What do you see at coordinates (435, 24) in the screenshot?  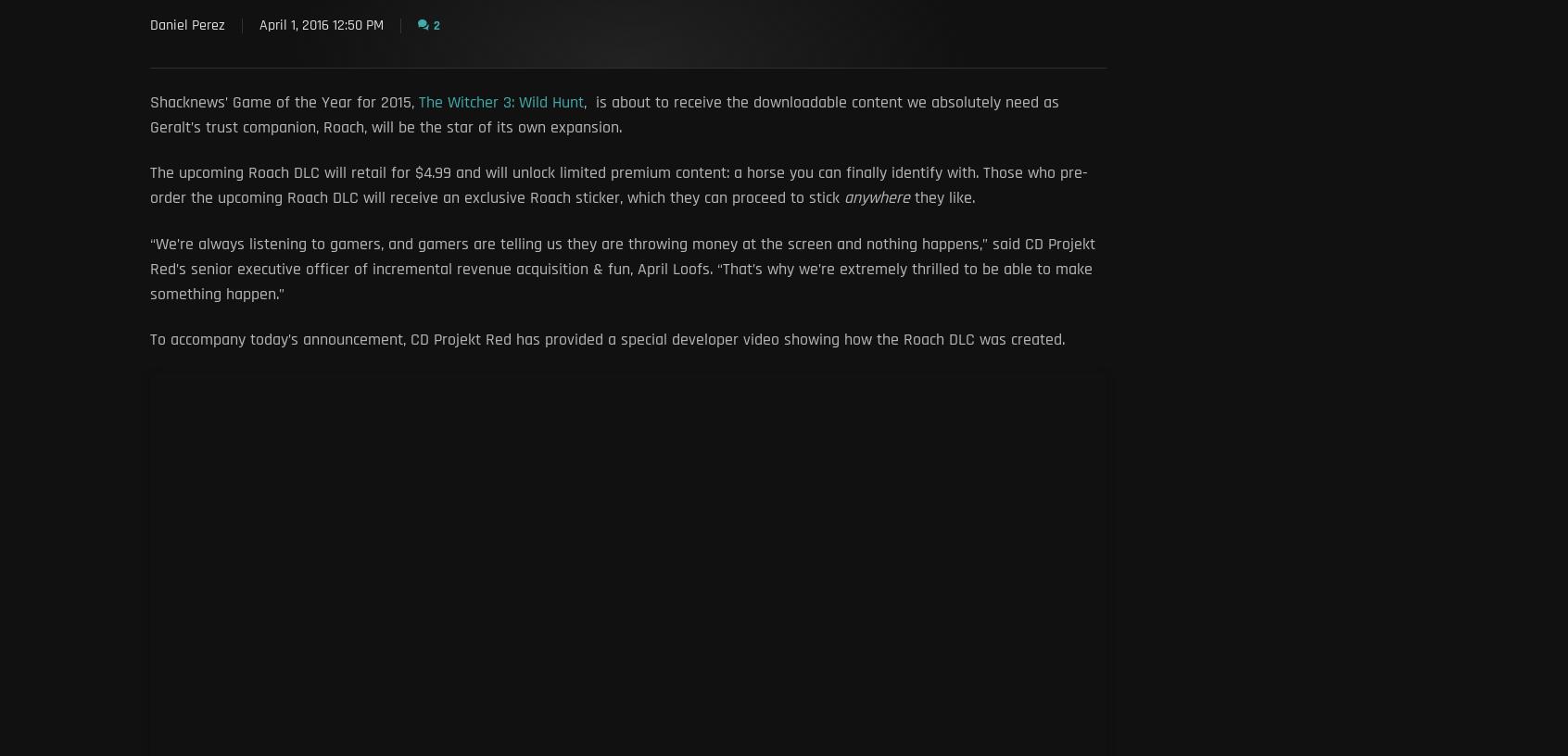 I see `'2'` at bounding box center [435, 24].